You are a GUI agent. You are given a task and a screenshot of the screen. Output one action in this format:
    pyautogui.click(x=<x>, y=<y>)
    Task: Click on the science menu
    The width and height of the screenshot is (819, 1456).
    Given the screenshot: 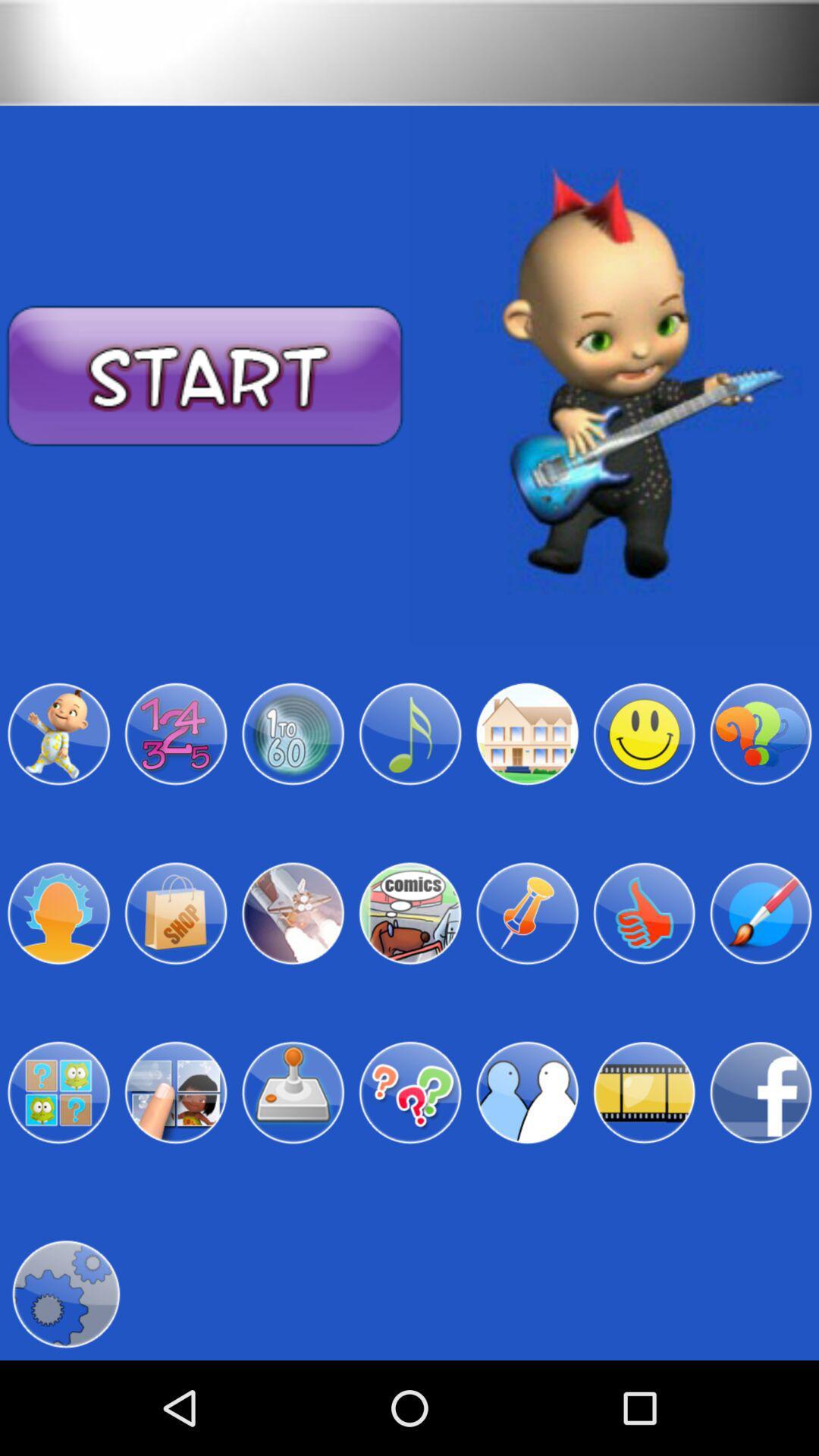 What is the action you would take?
    pyautogui.click(x=293, y=912)
    